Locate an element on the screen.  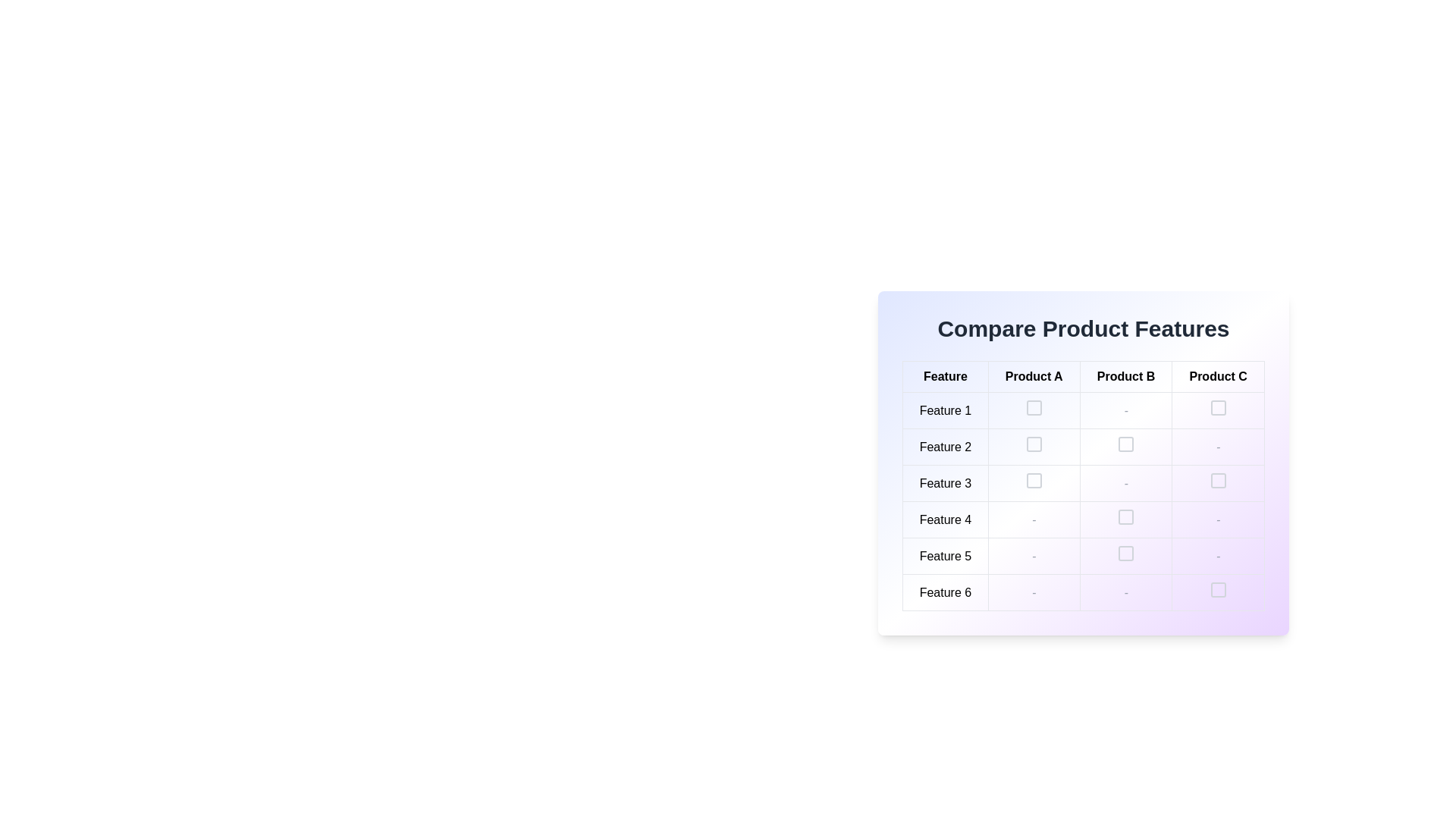
the selection checkbox located in the 'Feature 5' row and 'Product B' column of the table using tab navigation is located at coordinates (1126, 556).